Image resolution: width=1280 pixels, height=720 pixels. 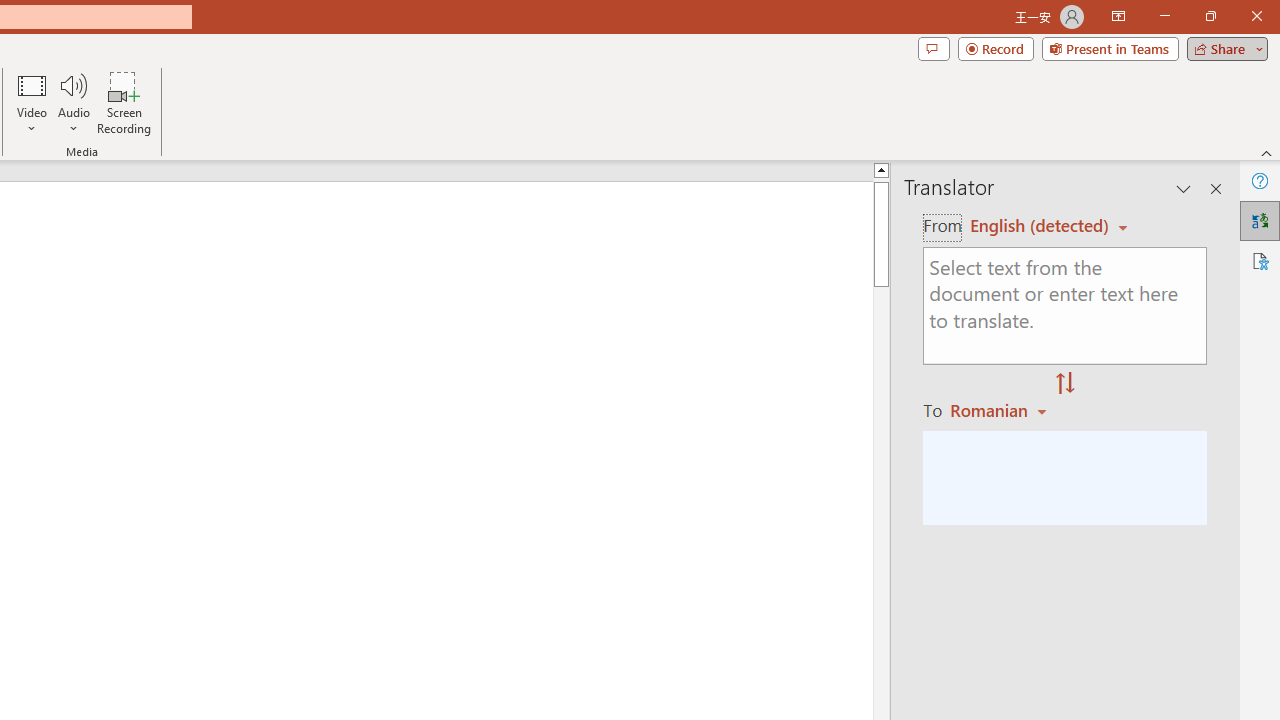 What do you see at coordinates (123, 103) in the screenshot?
I see `'Screen Recording...'` at bounding box center [123, 103].